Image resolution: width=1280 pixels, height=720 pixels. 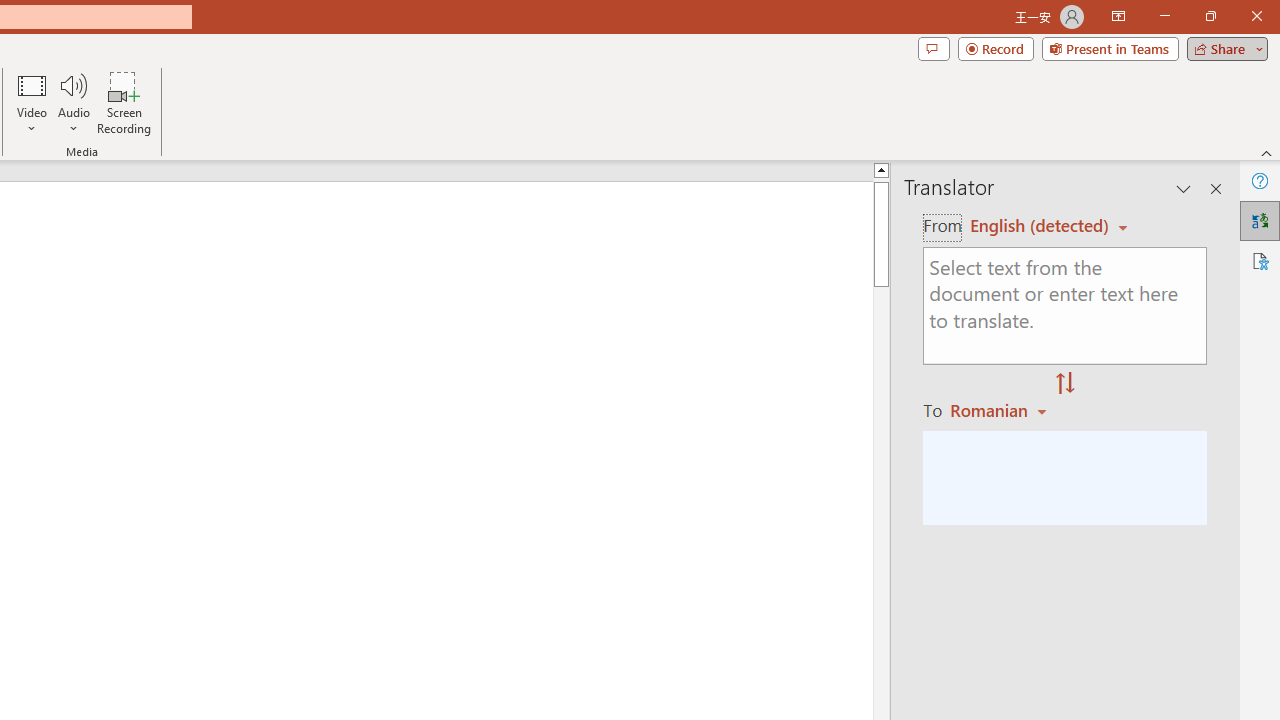 What do you see at coordinates (123, 103) in the screenshot?
I see `'Screen Recording...'` at bounding box center [123, 103].